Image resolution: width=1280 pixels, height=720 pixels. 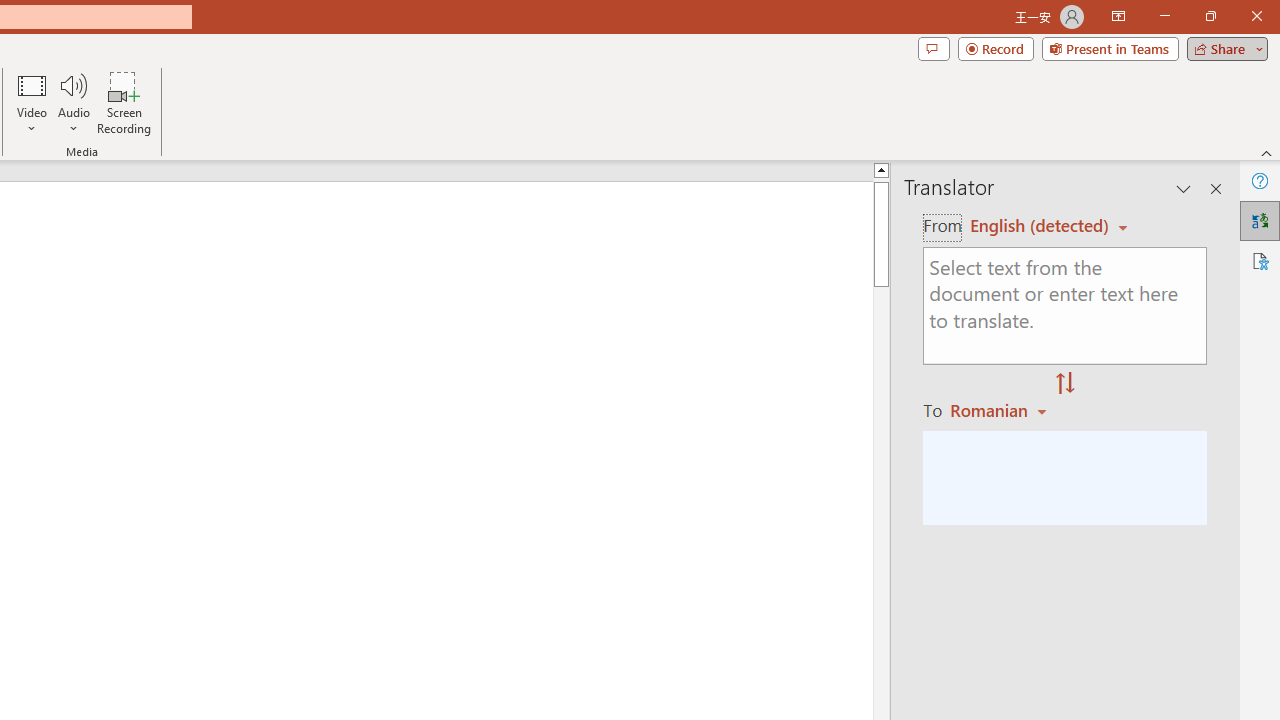 What do you see at coordinates (123, 103) in the screenshot?
I see `'Screen Recording...'` at bounding box center [123, 103].